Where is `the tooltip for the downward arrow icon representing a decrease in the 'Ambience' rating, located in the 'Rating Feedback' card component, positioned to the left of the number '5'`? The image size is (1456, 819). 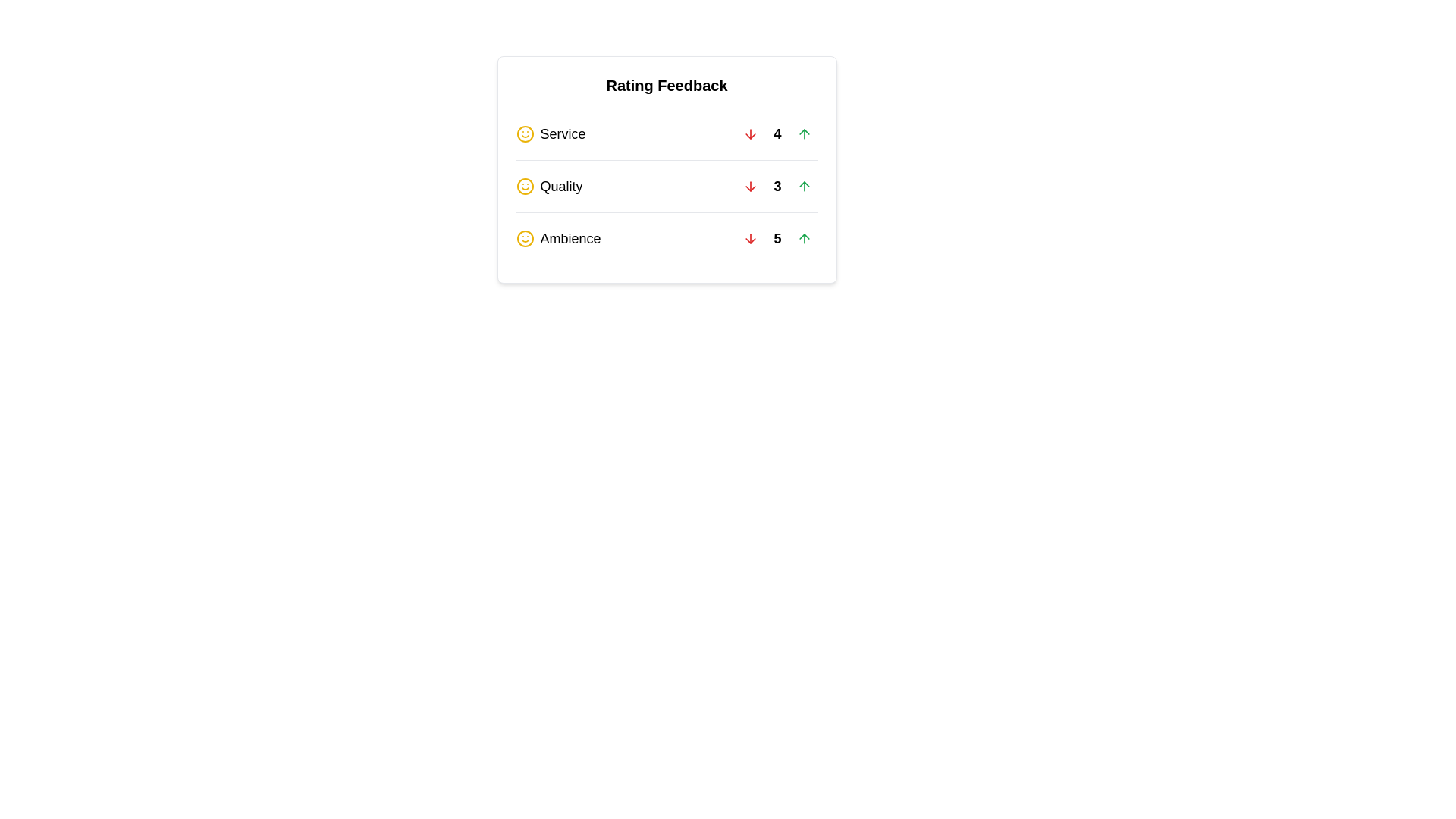
the tooltip for the downward arrow icon representing a decrease in the 'Ambience' rating, located in the 'Rating Feedback' card component, positioned to the left of the number '5' is located at coordinates (751, 239).